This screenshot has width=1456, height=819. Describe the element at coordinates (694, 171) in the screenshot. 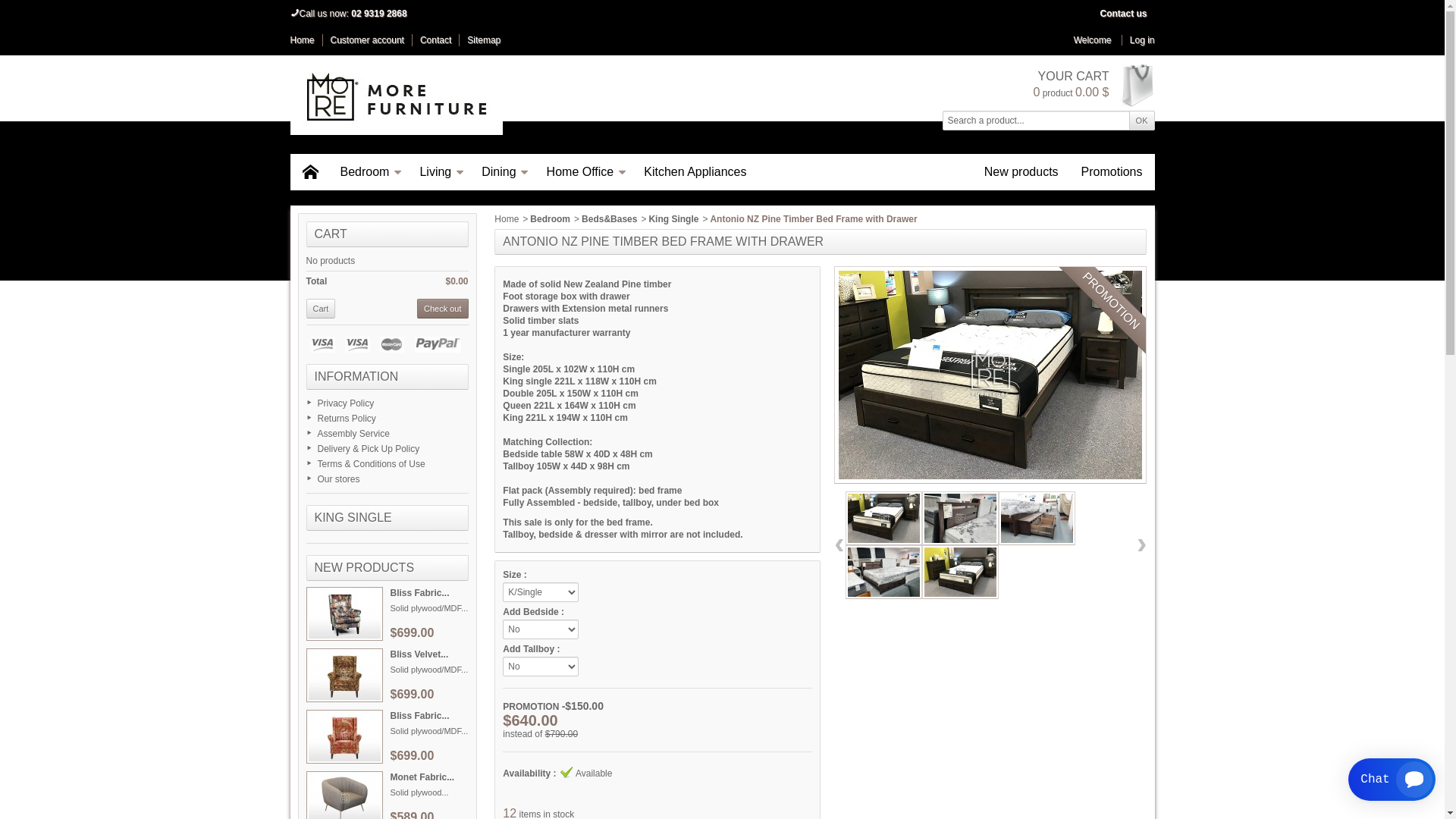

I see `'Kitchen Appliances'` at that location.